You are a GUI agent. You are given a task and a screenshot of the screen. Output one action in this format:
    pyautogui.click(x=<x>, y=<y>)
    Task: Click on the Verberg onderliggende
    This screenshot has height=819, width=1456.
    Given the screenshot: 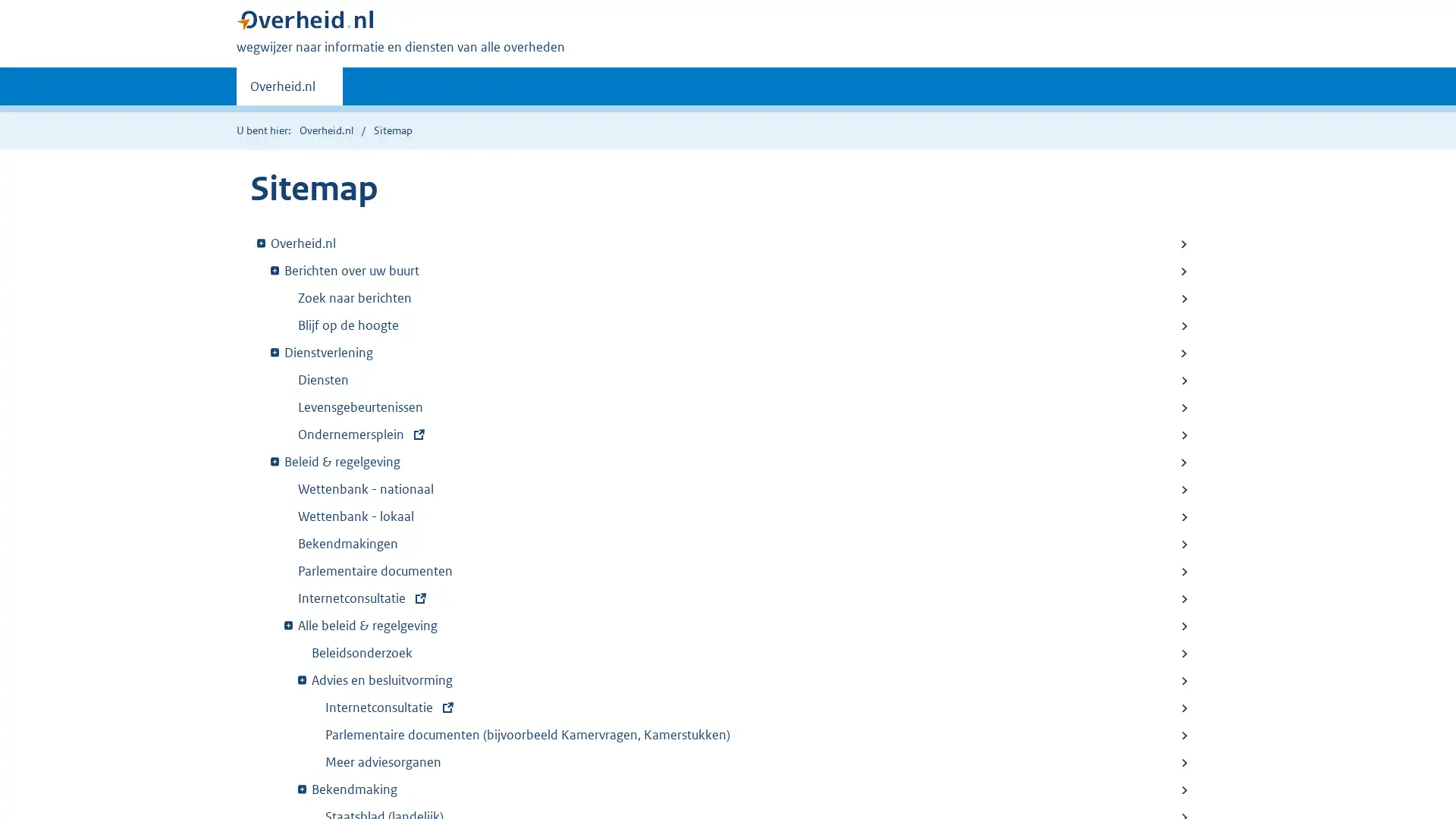 What is the action you would take?
    pyautogui.click(x=275, y=460)
    